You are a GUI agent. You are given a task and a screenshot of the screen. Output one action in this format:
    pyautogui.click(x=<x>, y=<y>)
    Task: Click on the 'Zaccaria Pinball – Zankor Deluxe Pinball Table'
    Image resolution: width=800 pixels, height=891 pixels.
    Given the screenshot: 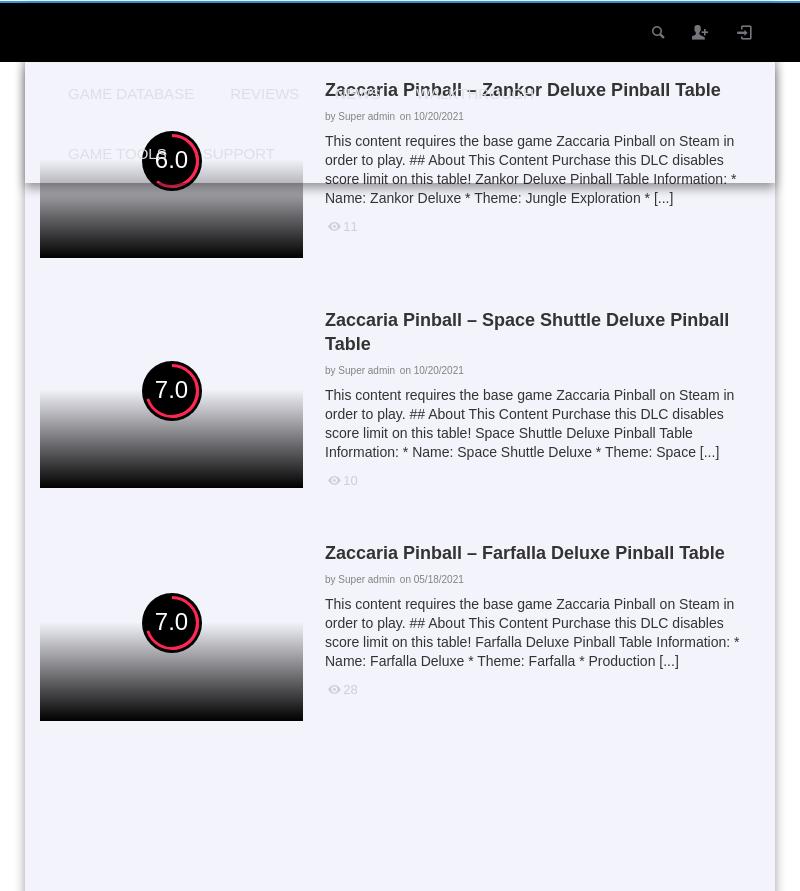 What is the action you would take?
    pyautogui.click(x=323, y=89)
    